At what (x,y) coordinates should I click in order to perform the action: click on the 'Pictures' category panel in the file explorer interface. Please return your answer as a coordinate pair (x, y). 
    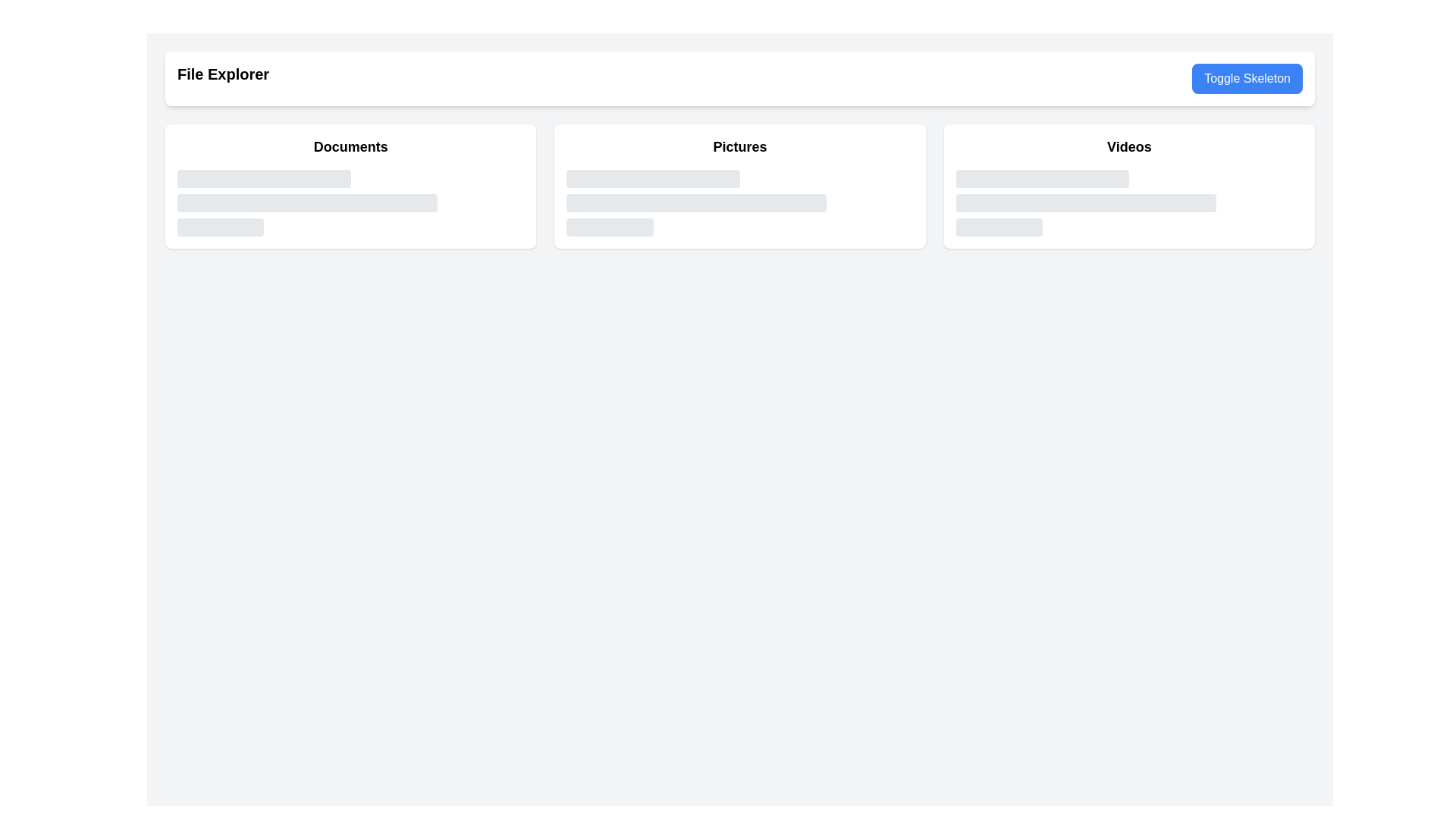
    Looking at the image, I should click on (739, 186).